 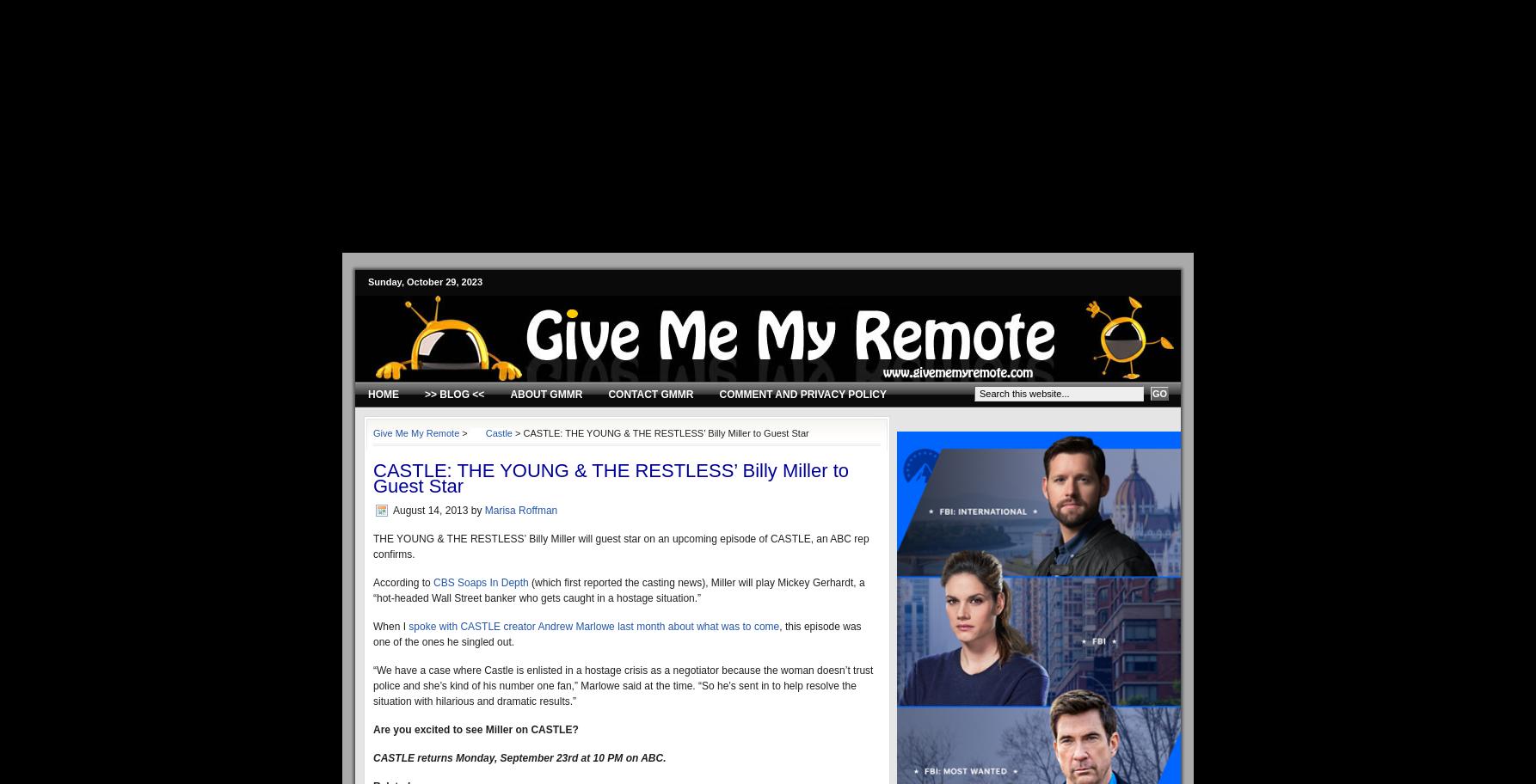 What do you see at coordinates (390, 625) in the screenshot?
I see `'When I'` at bounding box center [390, 625].